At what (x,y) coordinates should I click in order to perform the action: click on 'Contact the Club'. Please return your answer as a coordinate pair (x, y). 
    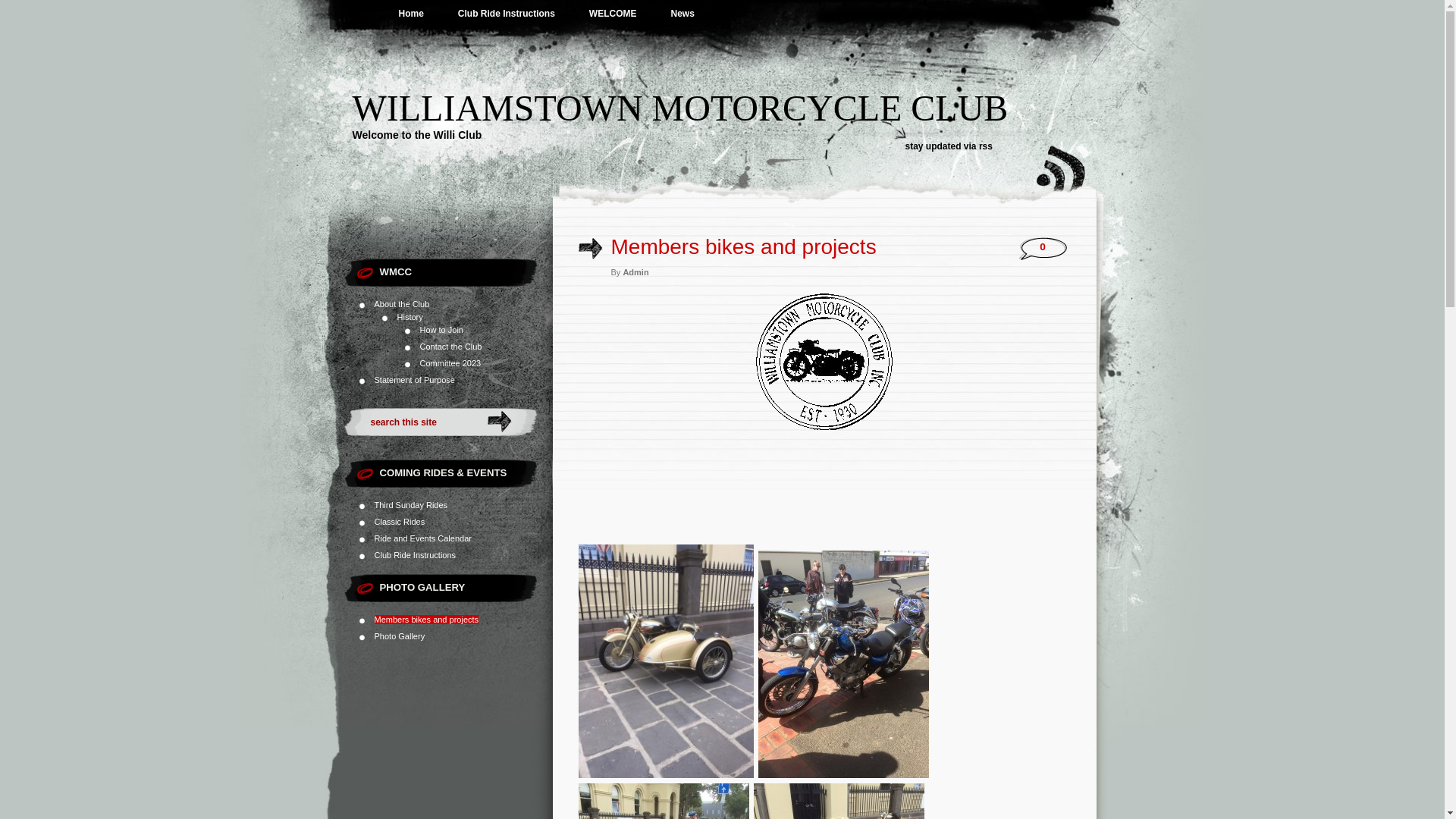
    Looking at the image, I should click on (450, 346).